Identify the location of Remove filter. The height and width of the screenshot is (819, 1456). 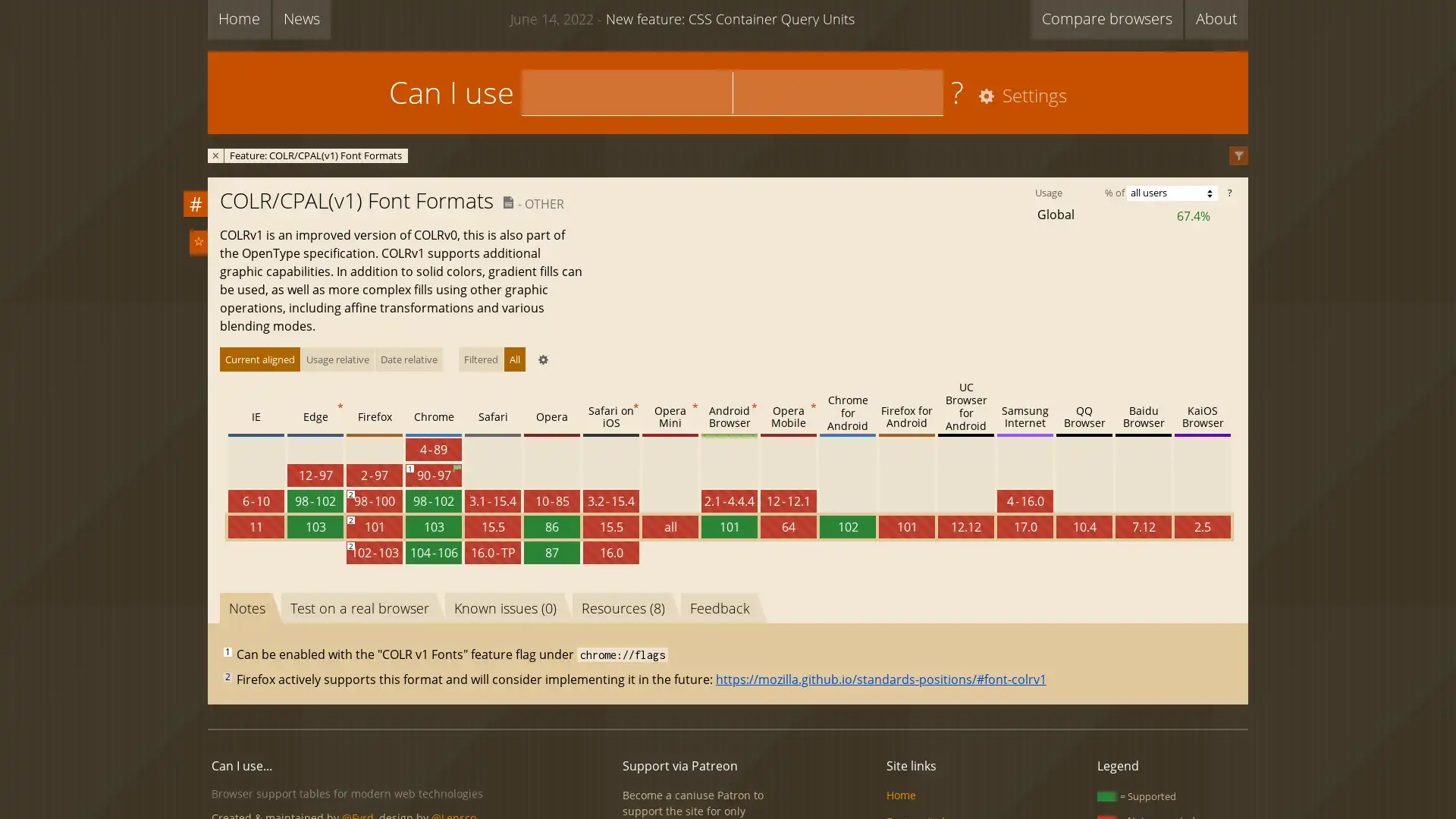
(215, 155).